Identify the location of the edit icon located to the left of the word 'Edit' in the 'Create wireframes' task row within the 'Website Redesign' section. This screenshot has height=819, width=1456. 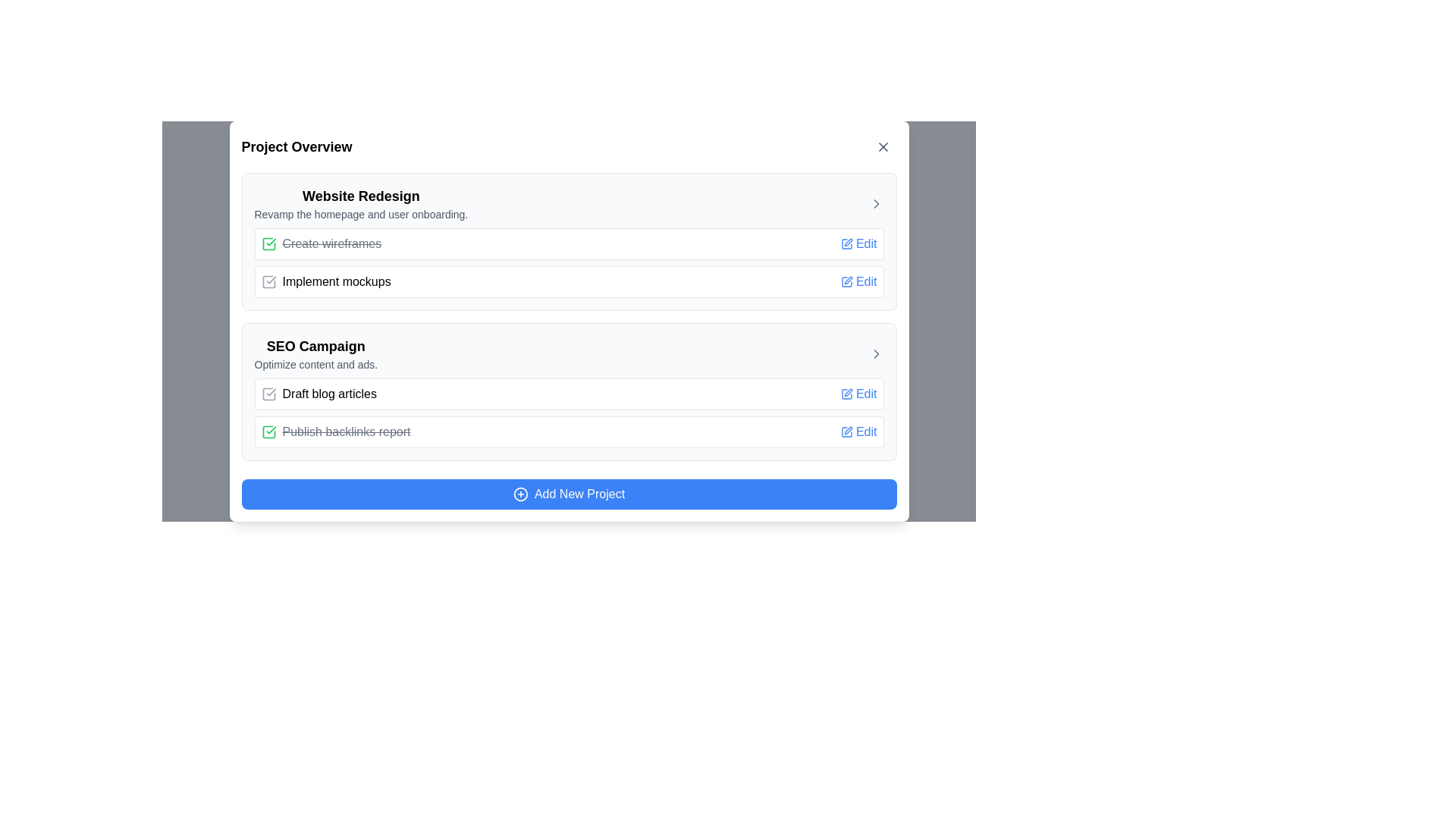
(846, 243).